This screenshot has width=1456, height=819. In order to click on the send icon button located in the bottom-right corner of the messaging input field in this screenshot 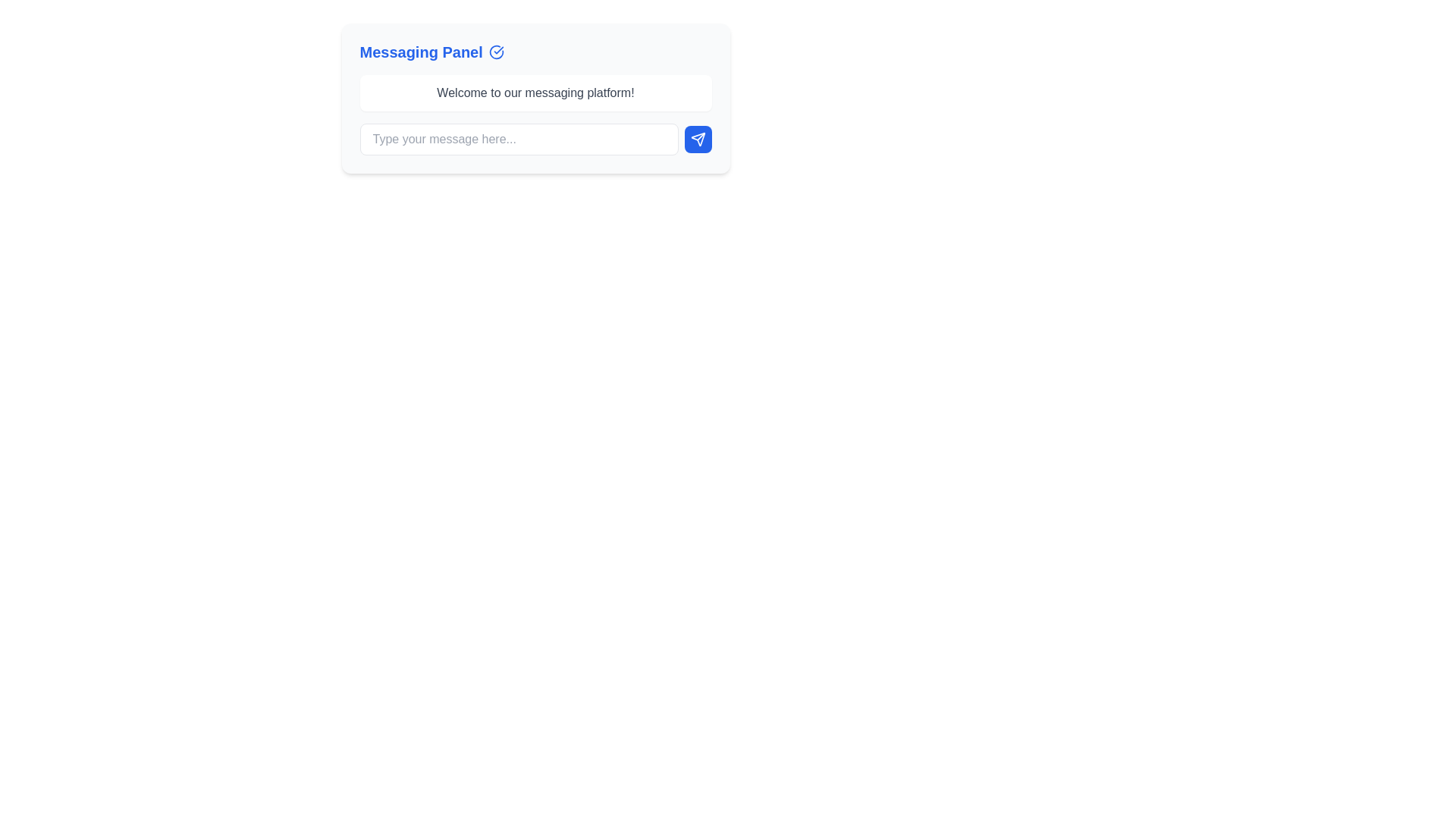, I will do `click(697, 140)`.